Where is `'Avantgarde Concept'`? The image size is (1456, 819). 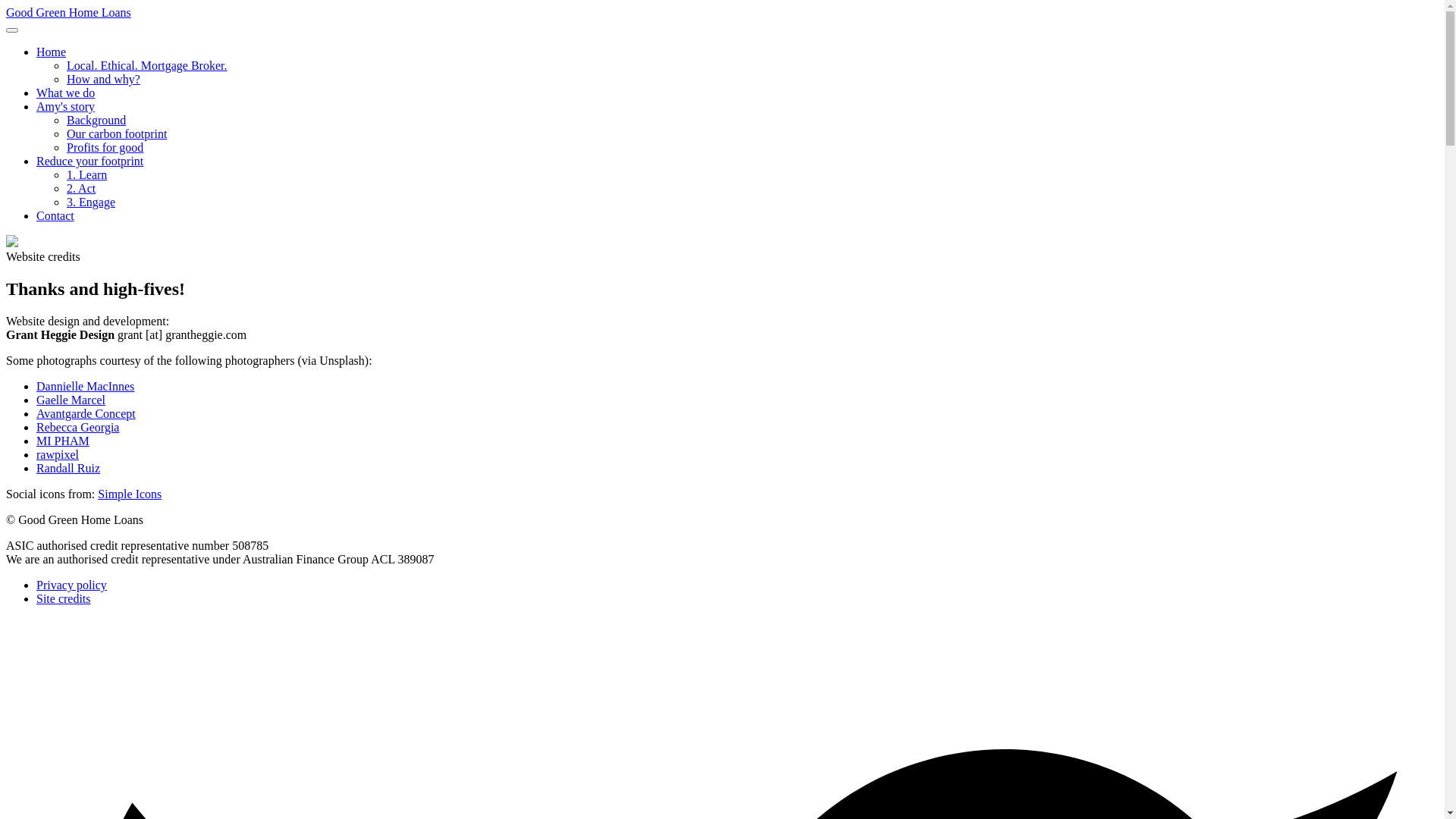
'Avantgarde Concept' is located at coordinates (85, 413).